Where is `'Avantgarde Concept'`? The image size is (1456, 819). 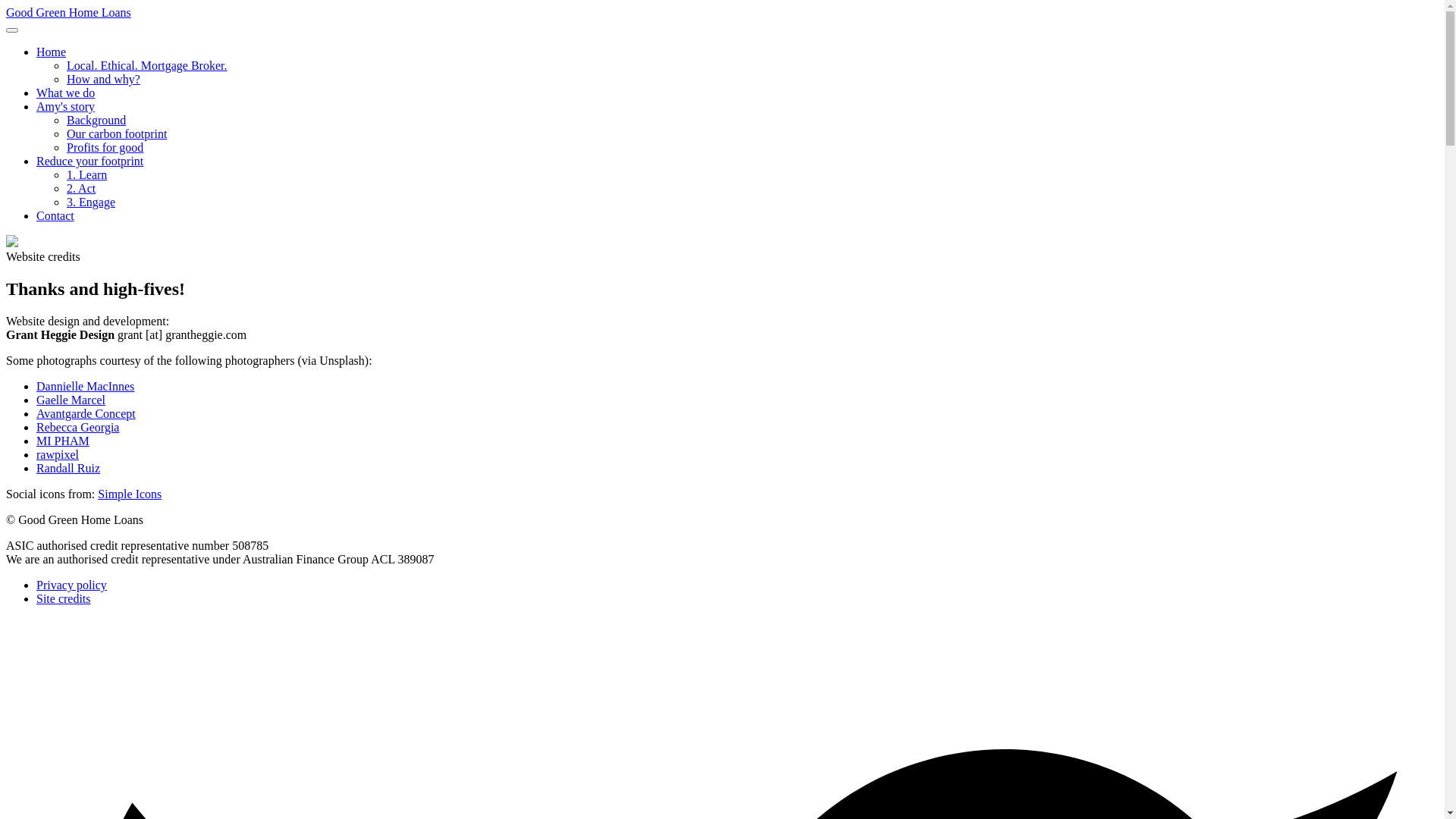
'Avantgarde Concept' is located at coordinates (85, 413).